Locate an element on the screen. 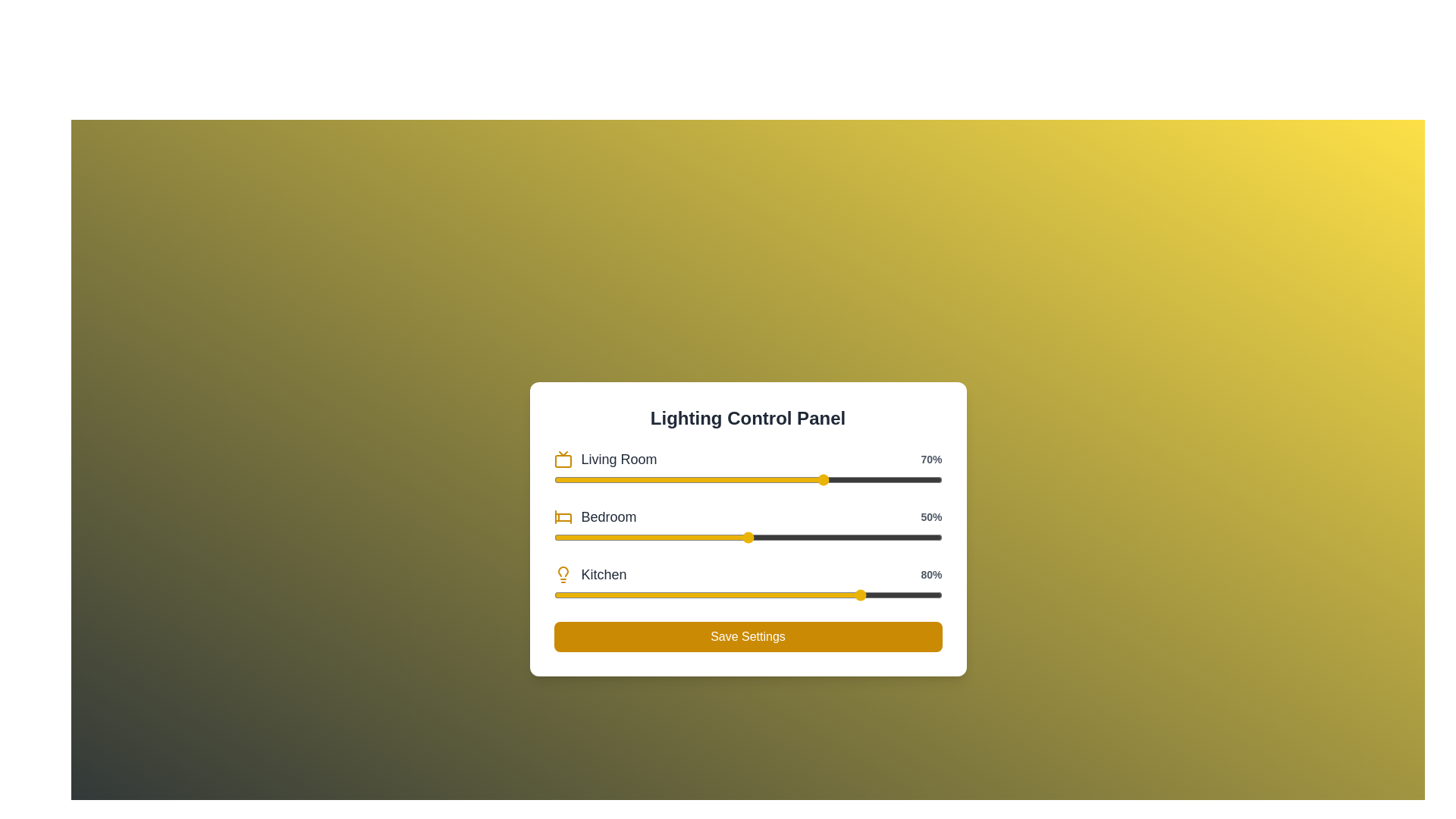 The image size is (1456, 819). the icon representing the Kitchen room is located at coordinates (562, 575).